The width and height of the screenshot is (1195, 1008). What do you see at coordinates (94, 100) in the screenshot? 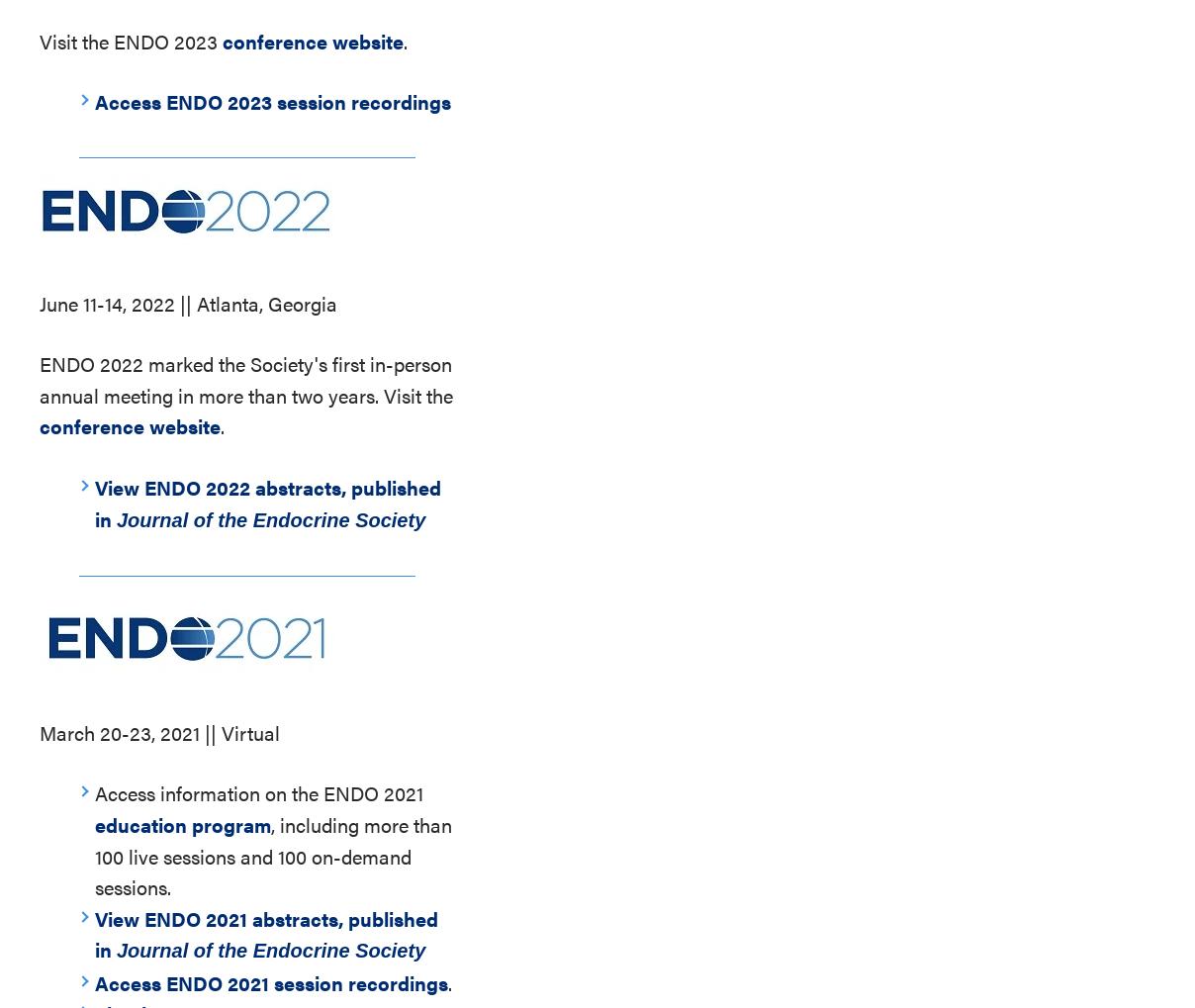
I see `'Access ENDO 2023 session recordings'` at bounding box center [94, 100].